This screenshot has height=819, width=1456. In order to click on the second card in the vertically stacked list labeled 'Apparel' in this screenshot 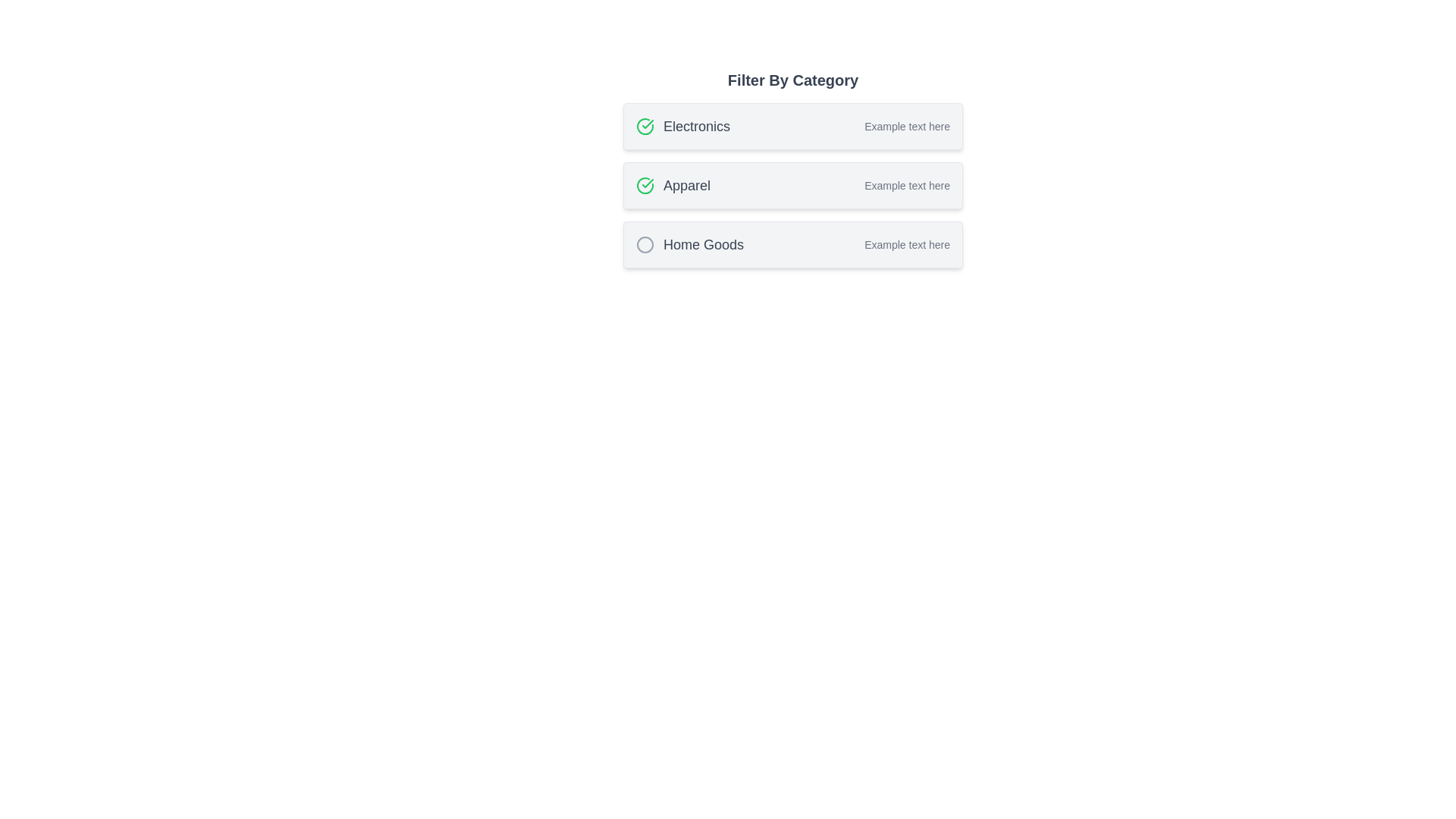, I will do `click(792, 169)`.